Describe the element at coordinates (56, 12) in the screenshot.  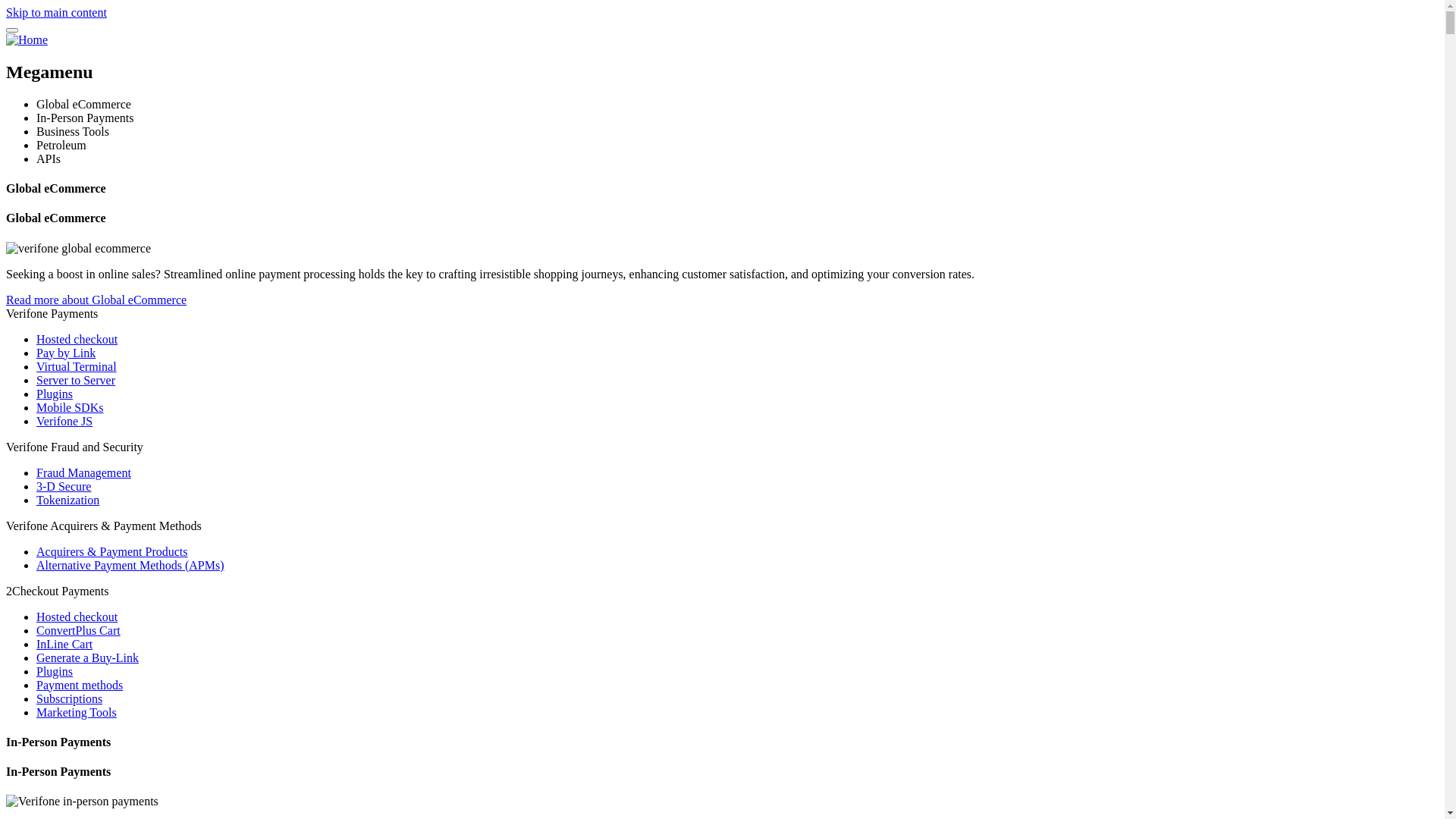
I see `'Skip to main content'` at that location.